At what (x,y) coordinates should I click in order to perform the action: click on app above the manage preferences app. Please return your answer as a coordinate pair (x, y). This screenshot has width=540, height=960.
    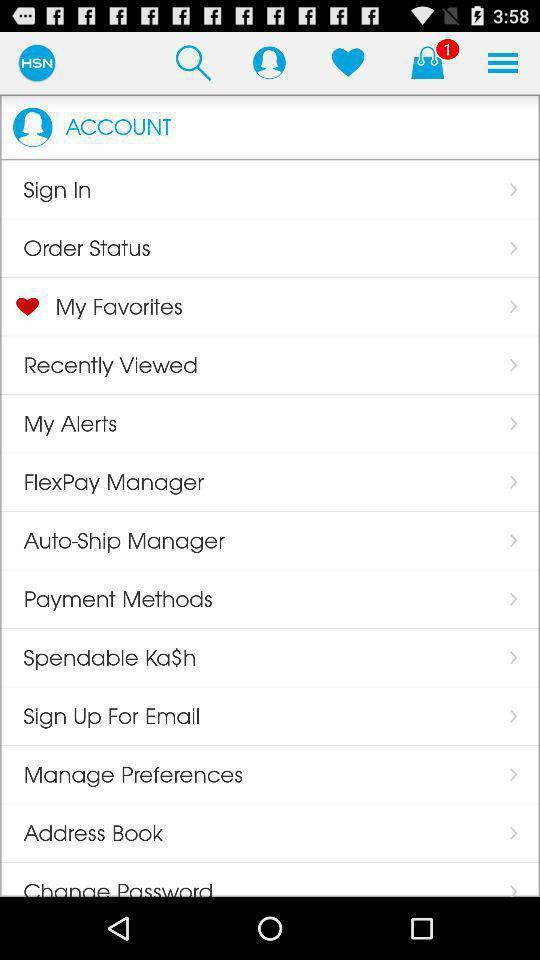
    Looking at the image, I should click on (269, 62).